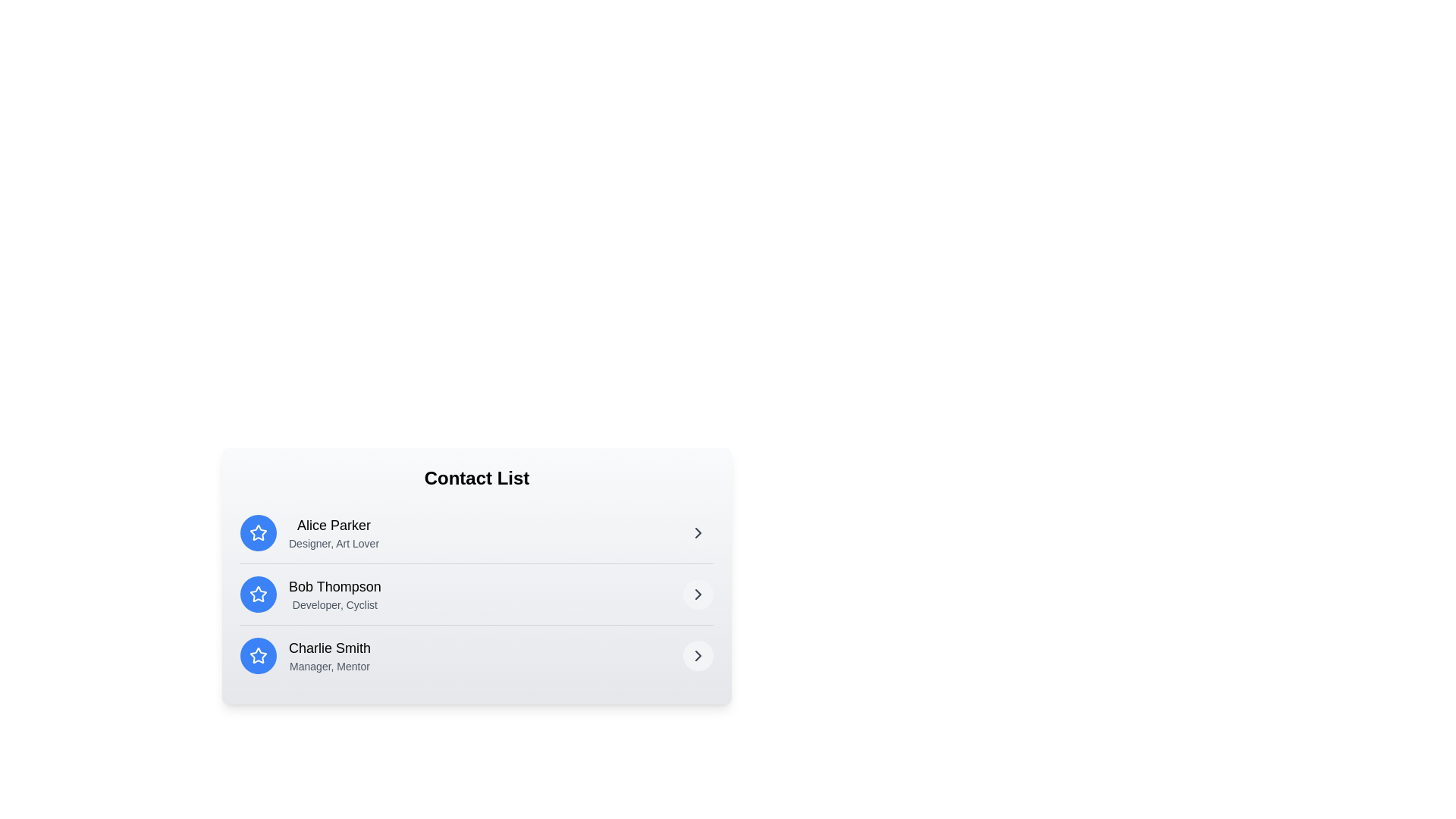  Describe the element at coordinates (698, 532) in the screenshot. I see `the right arrow button for the contact Alice Parker` at that location.